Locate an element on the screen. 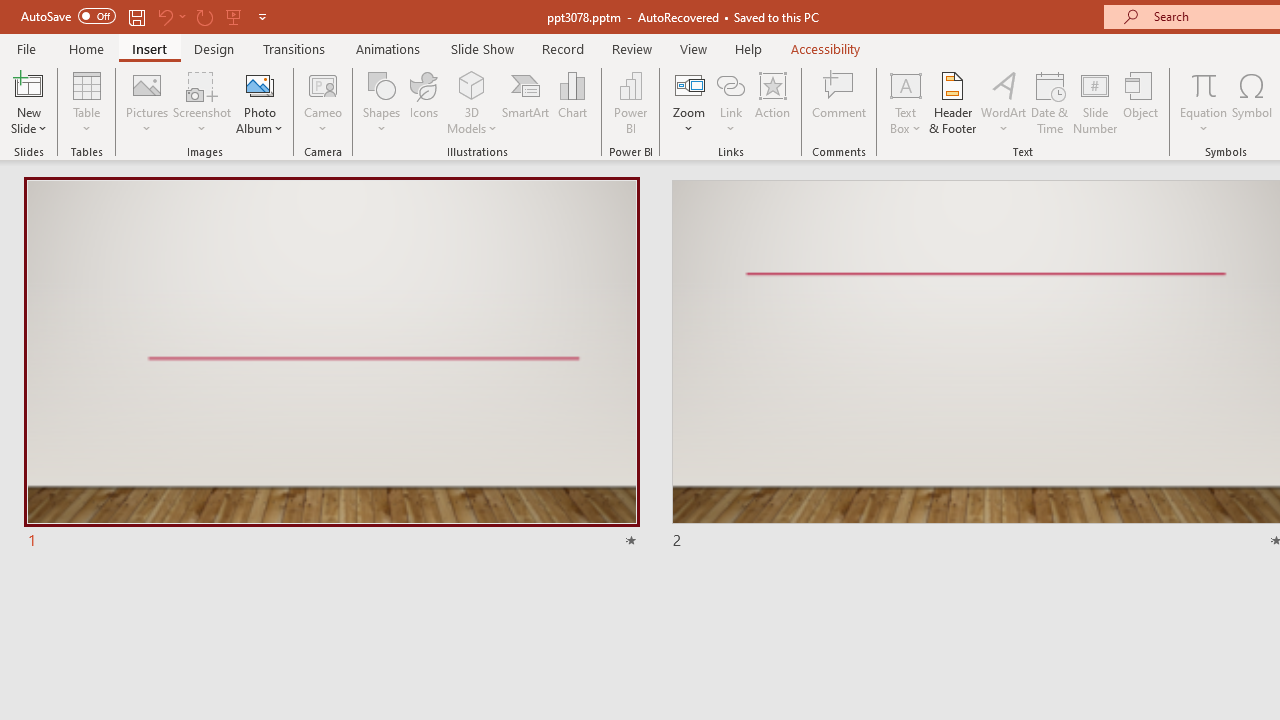 This screenshot has height=720, width=1280. 'Cameo' is located at coordinates (323, 103).